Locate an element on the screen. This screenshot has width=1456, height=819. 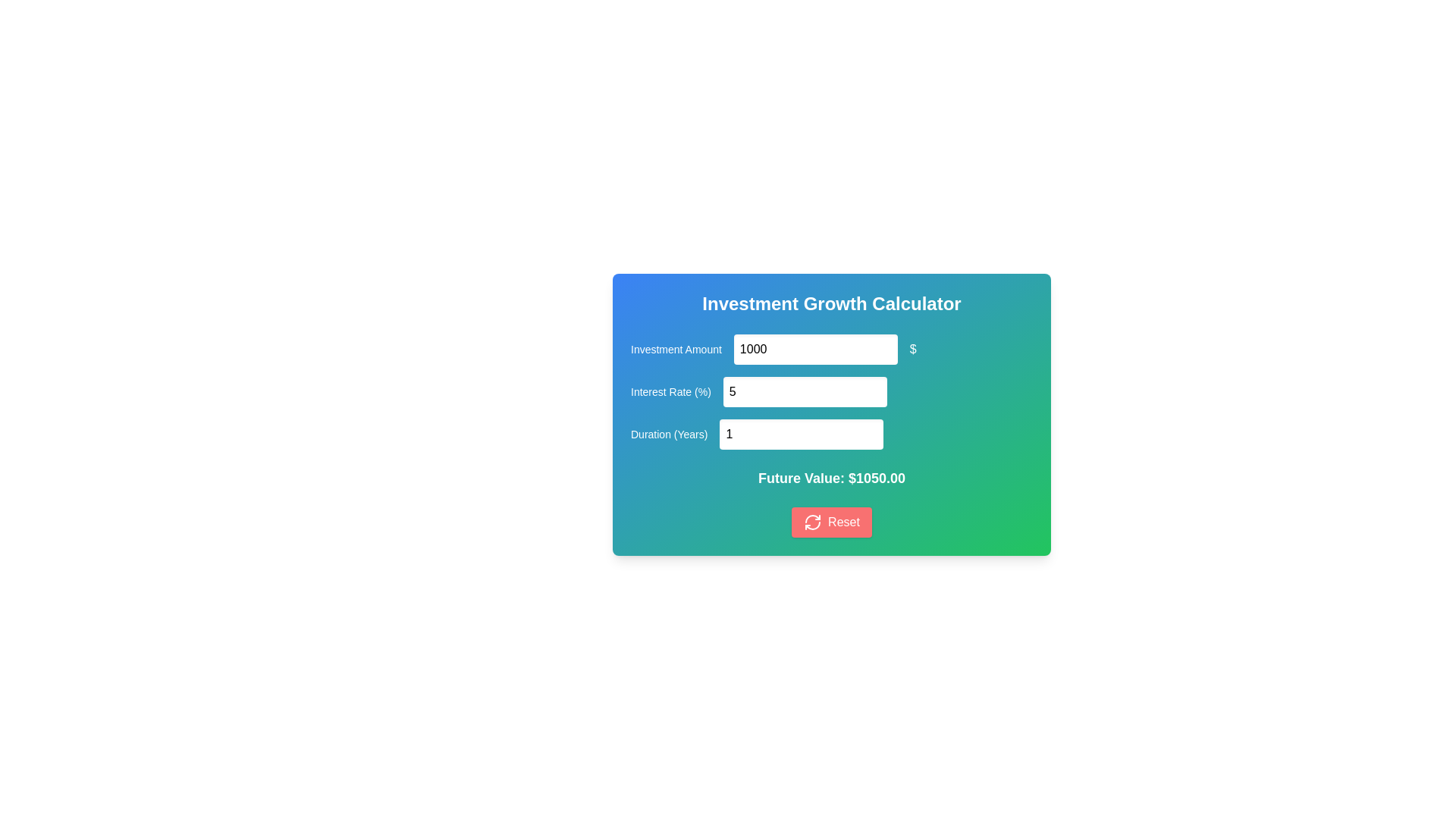
the investment amount input field to focus on it for user input is located at coordinates (831, 350).